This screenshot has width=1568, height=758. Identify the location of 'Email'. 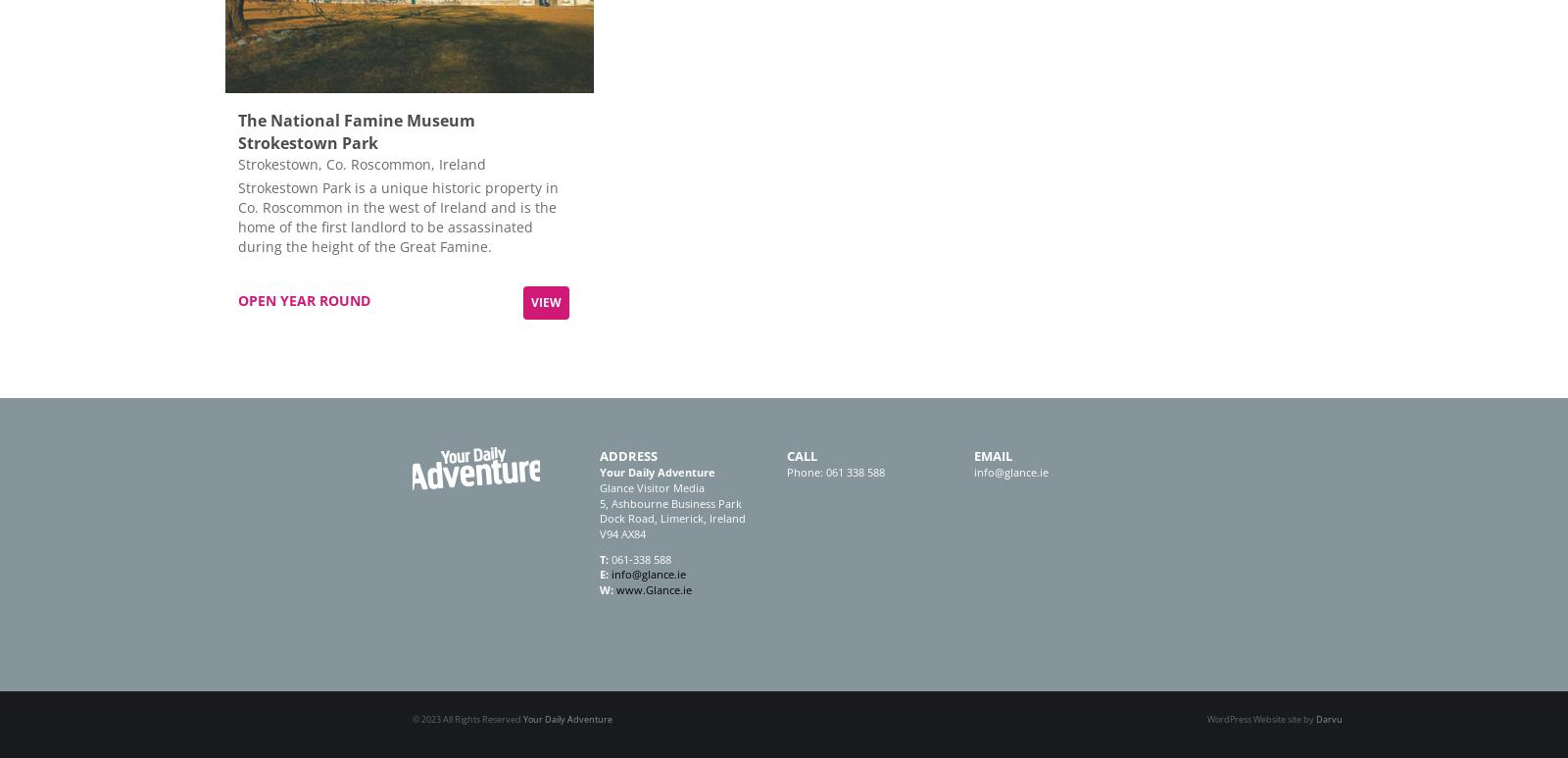
(993, 454).